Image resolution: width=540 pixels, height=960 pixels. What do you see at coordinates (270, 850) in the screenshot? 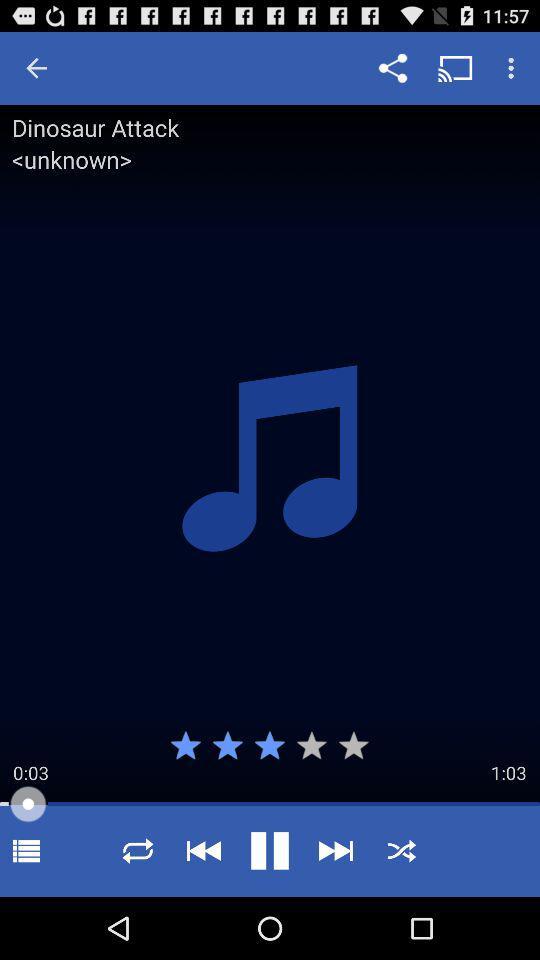
I see `play button` at bounding box center [270, 850].